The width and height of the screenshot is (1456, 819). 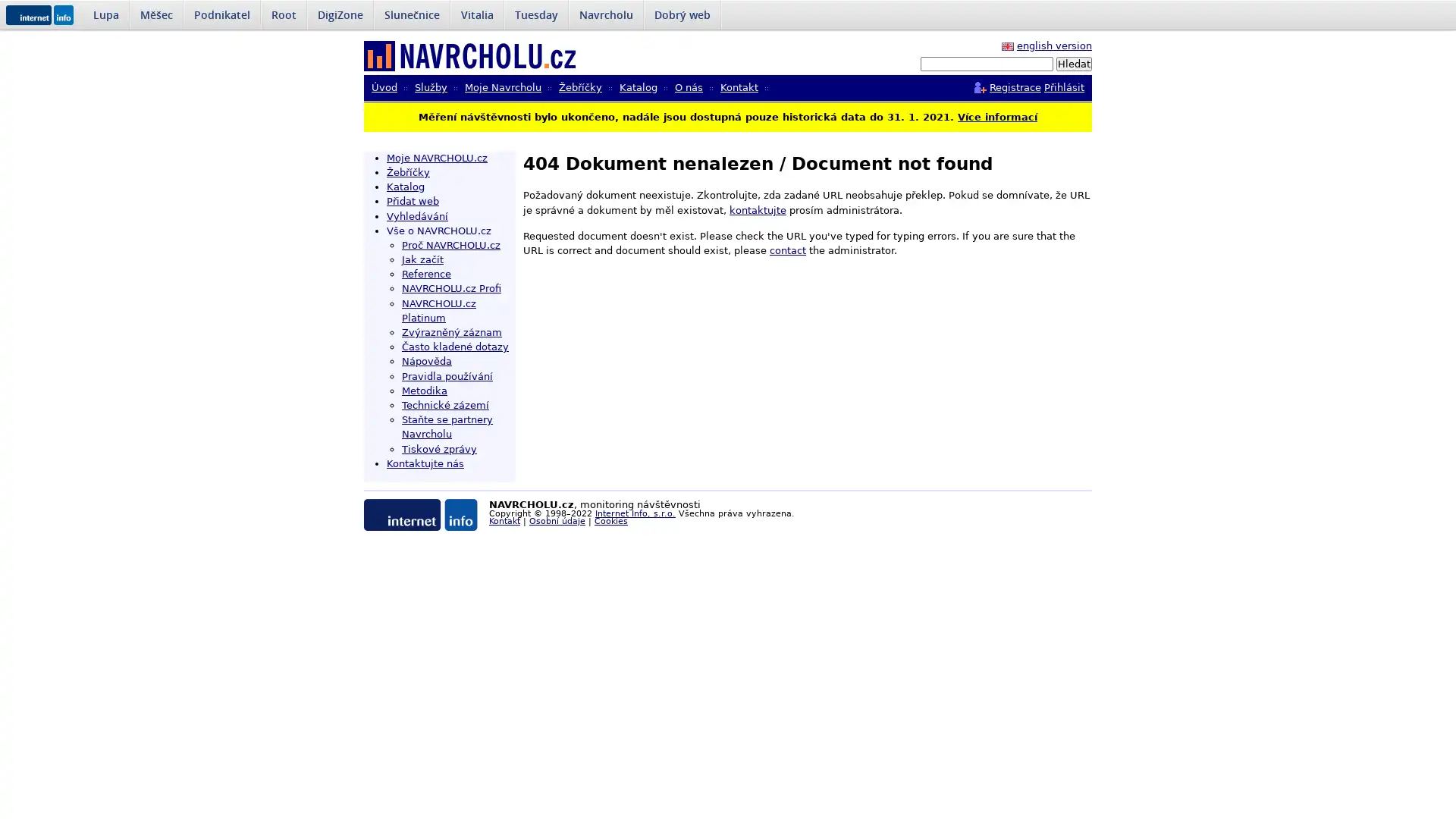 What do you see at coordinates (1073, 63) in the screenshot?
I see `Hledat` at bounding box center [1073, 63].